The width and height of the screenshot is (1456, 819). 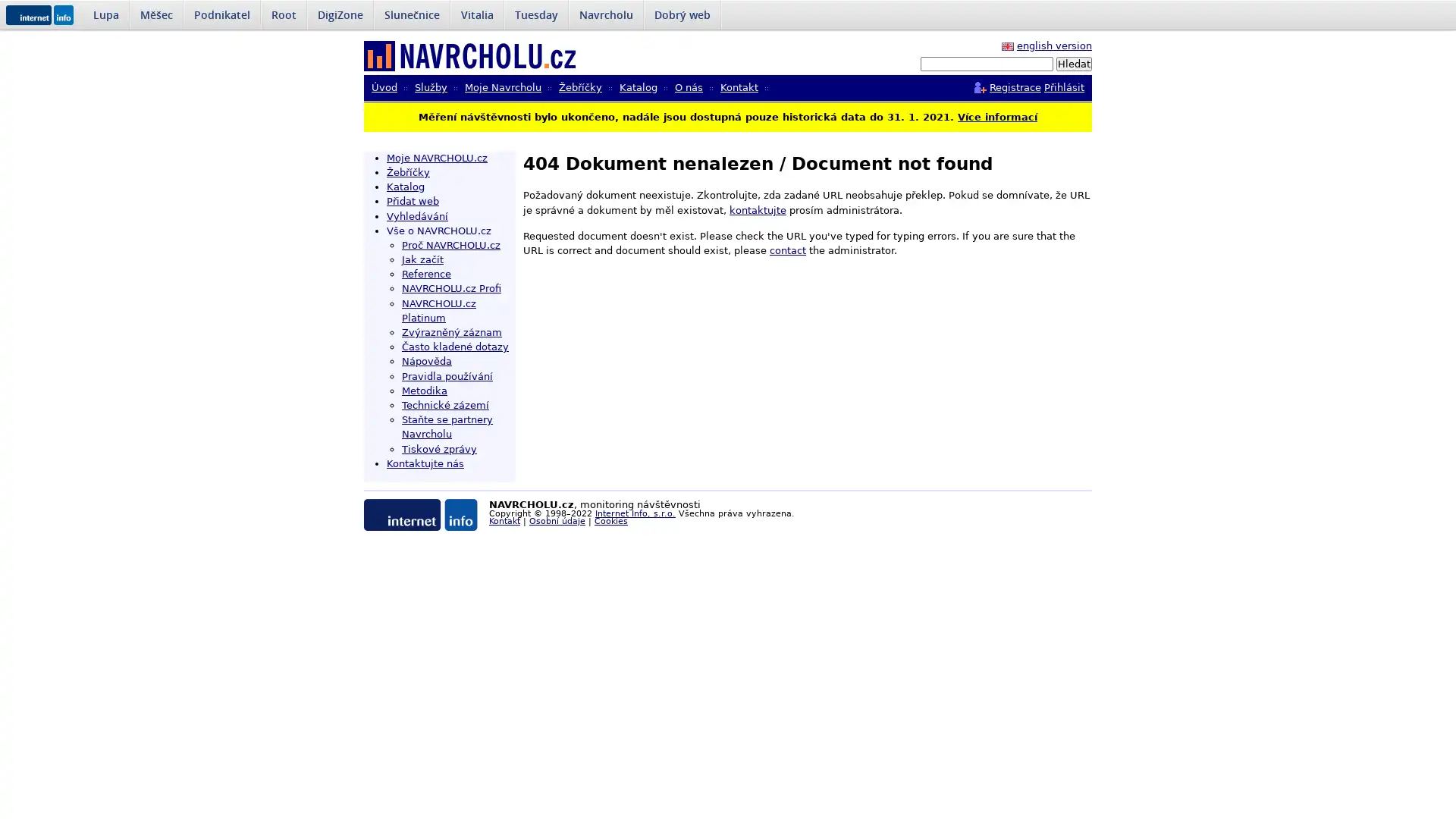 What do you see at coordinates (1073, 63) in the screenshot?
I see `Hledat` at bounding box center [1073, 63].